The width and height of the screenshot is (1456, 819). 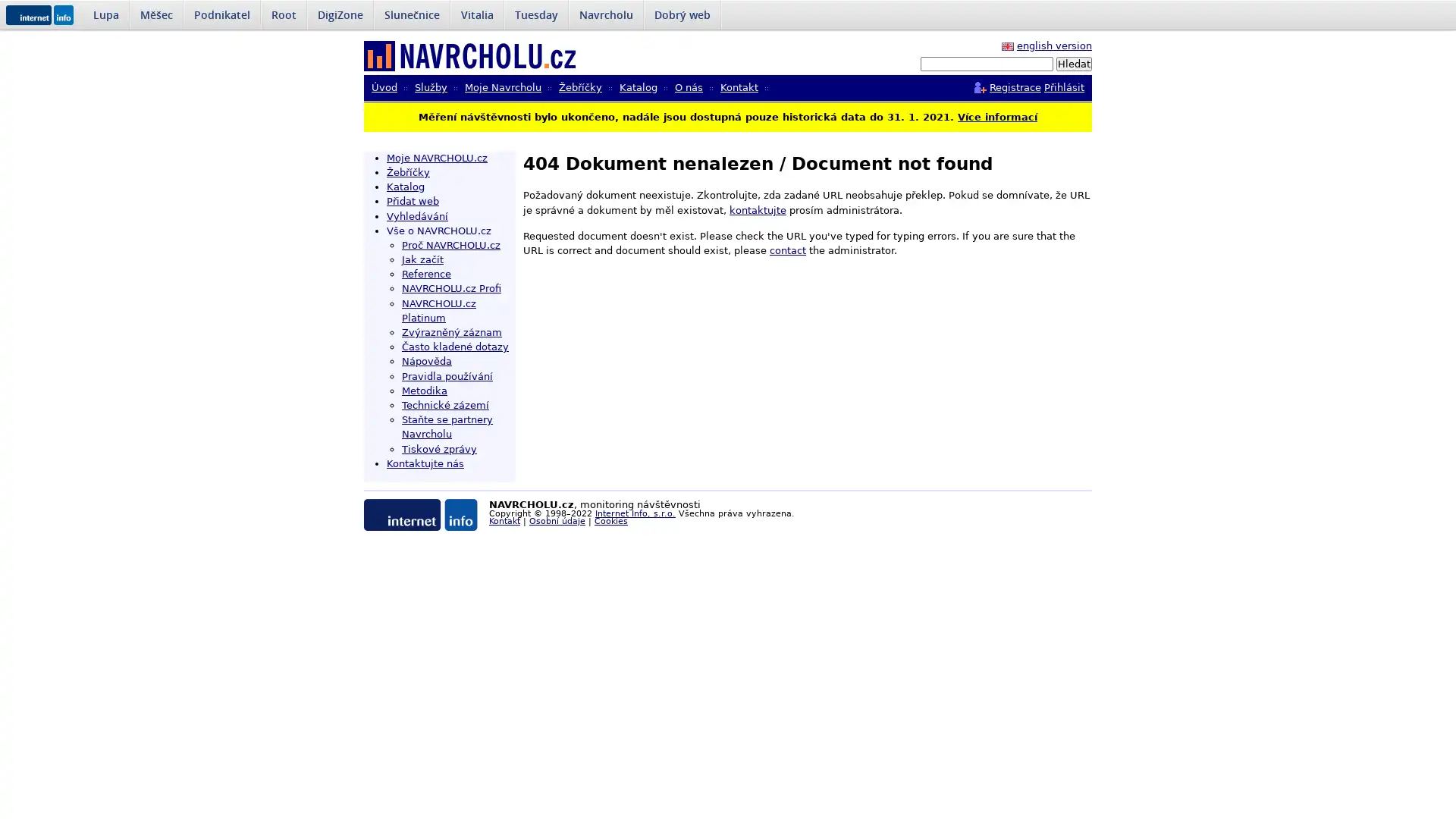 What do you see at coordinates (1073, 63) in the screenshot?
I see `Hledat` at bounding box center [1073, 63].